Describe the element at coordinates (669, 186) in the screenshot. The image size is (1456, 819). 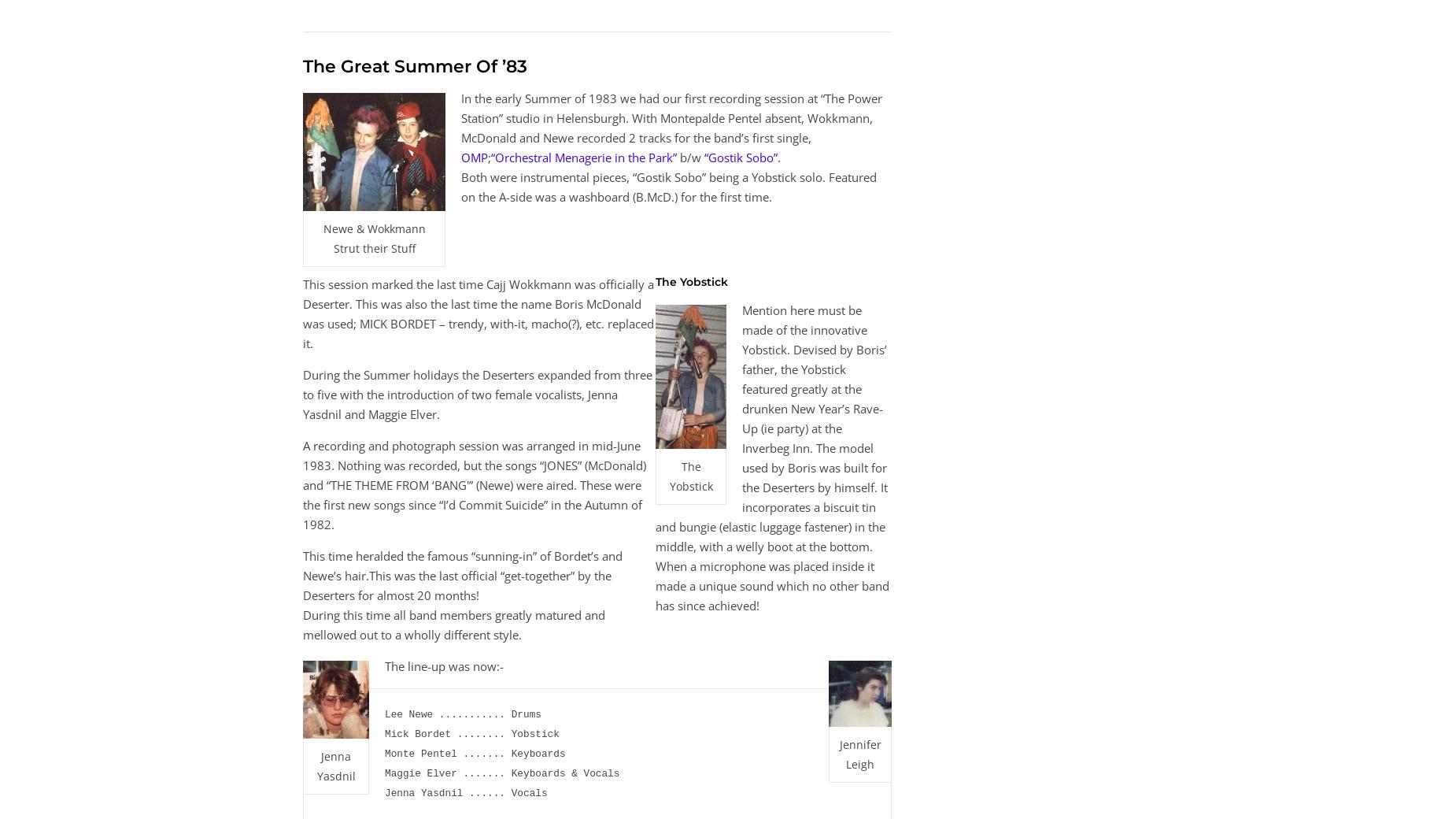
I see `'Both were instrumental pieces, “Gostik Sobo” being a Yobstick solo. Featured on the A-side was a washboard (B.McD.) for the first time.'` at that location.